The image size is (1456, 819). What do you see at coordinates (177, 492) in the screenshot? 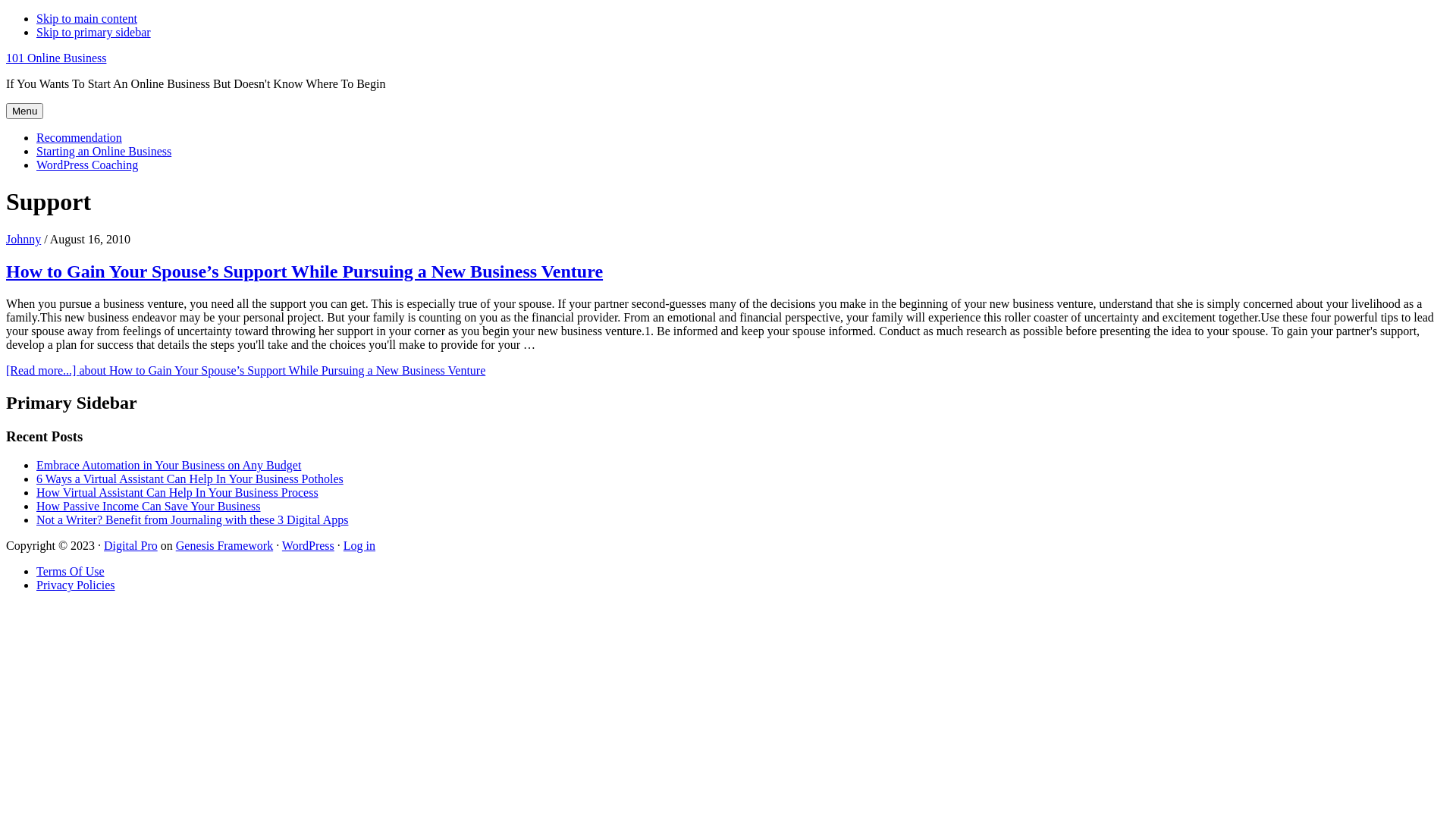
I see `'How Virtual Assistant Can Help In Your Business Process'` at bounding box center [177, 492].